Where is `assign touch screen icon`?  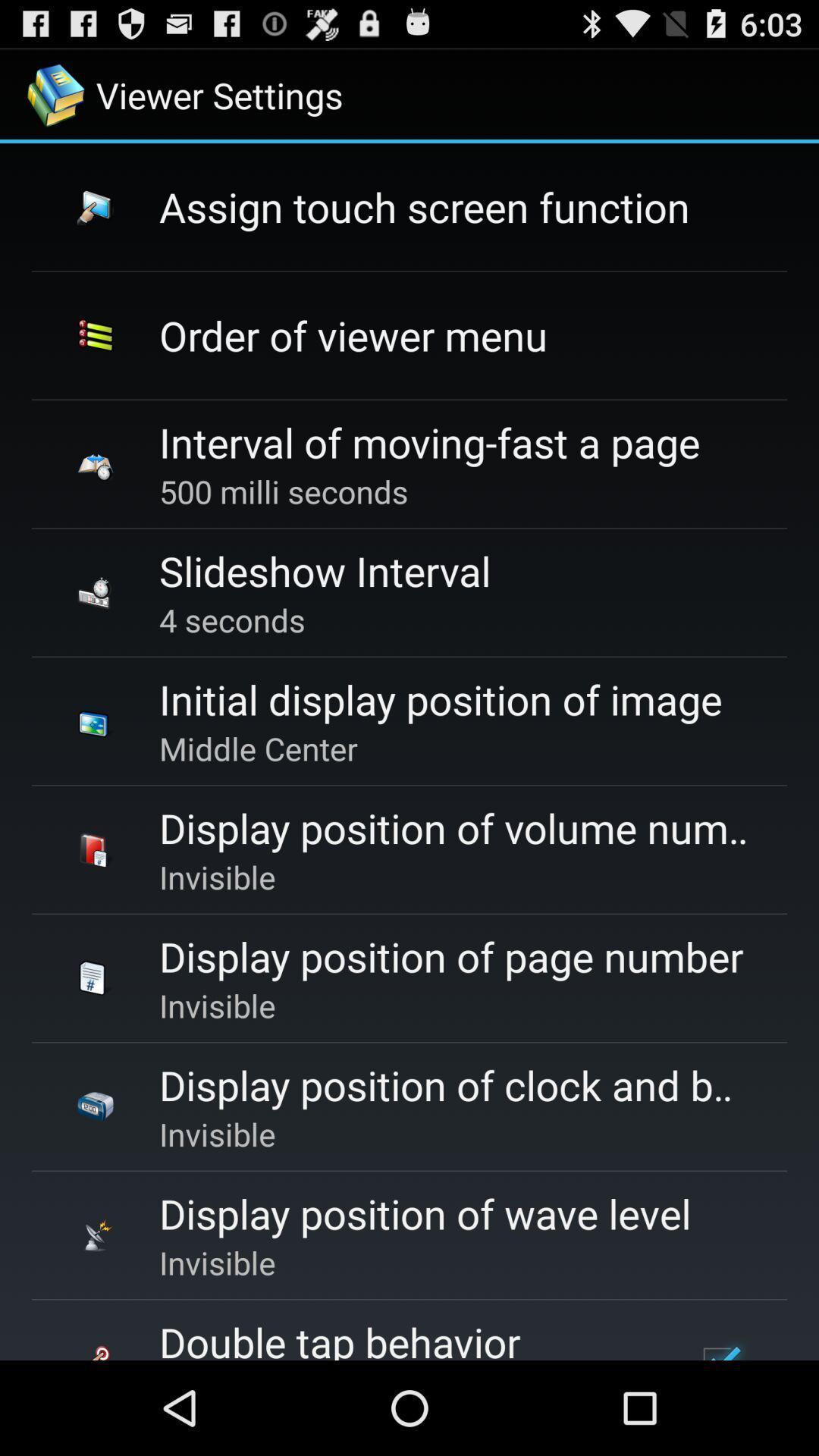 assign touch screen icon is located at coordinates (424, 206).